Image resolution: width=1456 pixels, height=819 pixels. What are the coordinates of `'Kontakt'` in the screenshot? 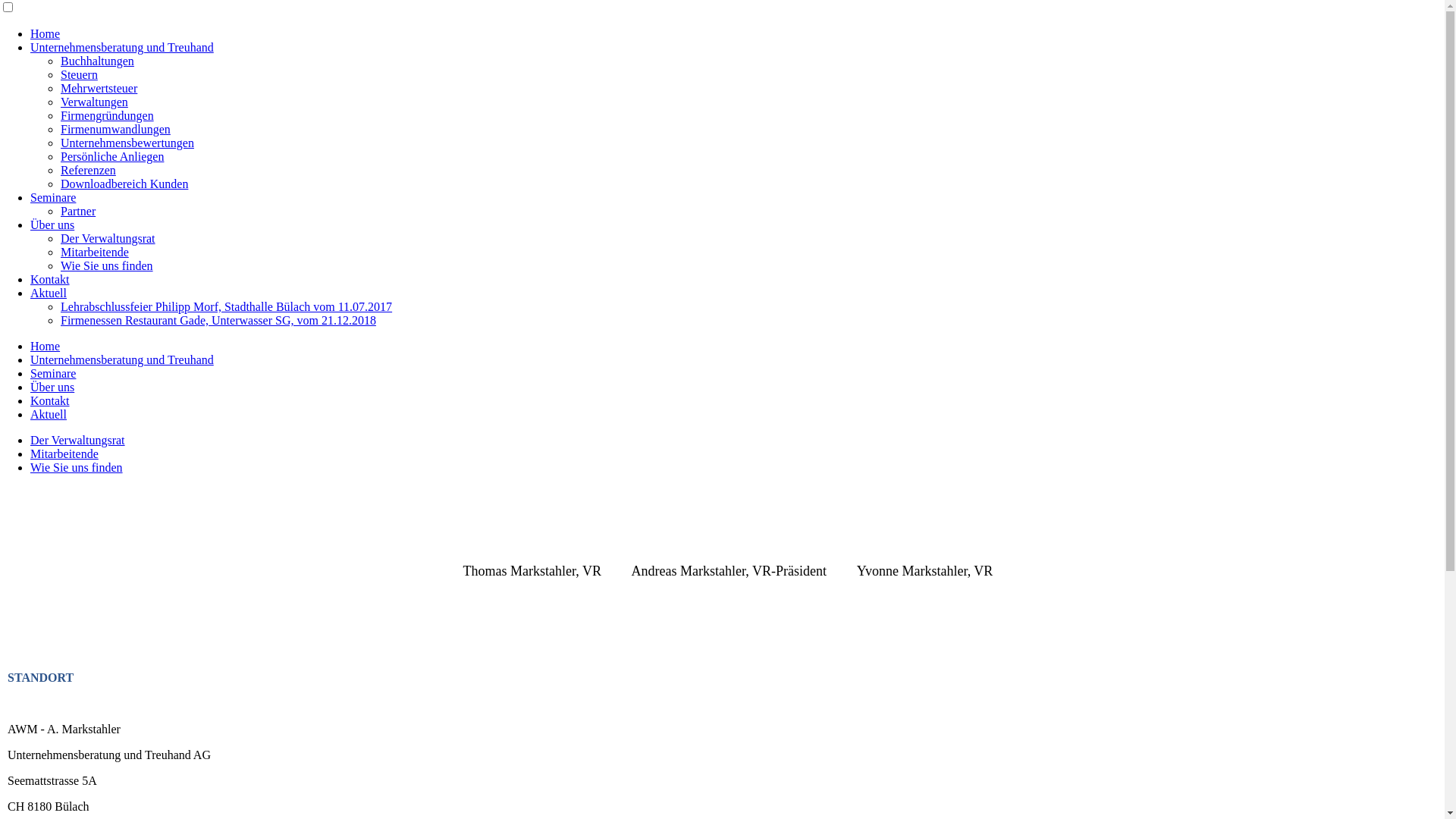 It's located at (50, 279).